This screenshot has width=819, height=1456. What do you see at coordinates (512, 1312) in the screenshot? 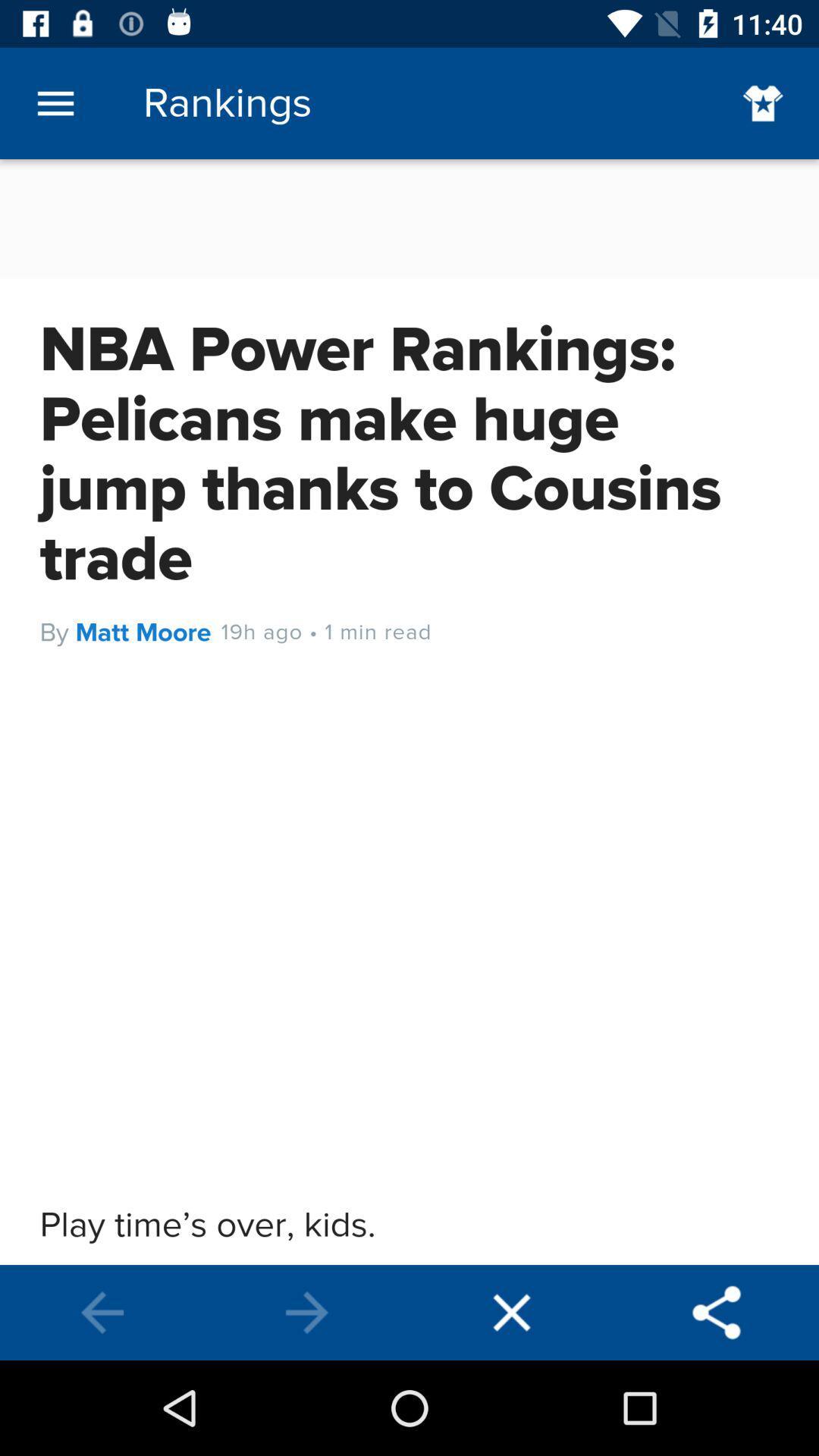
I see `end session` at bounding box center [512, 1312].